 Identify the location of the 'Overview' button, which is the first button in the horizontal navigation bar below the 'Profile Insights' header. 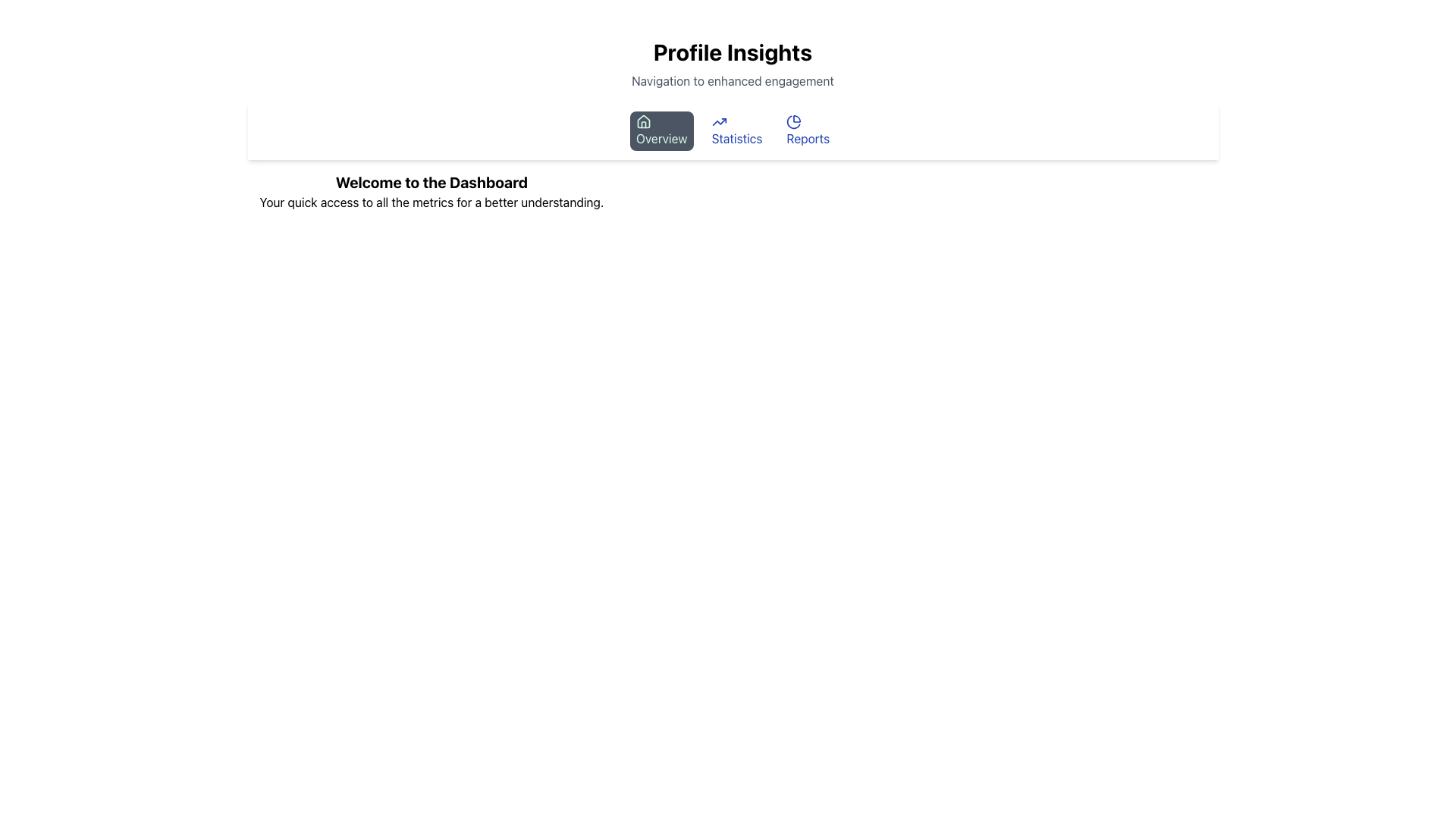
(661, 130).